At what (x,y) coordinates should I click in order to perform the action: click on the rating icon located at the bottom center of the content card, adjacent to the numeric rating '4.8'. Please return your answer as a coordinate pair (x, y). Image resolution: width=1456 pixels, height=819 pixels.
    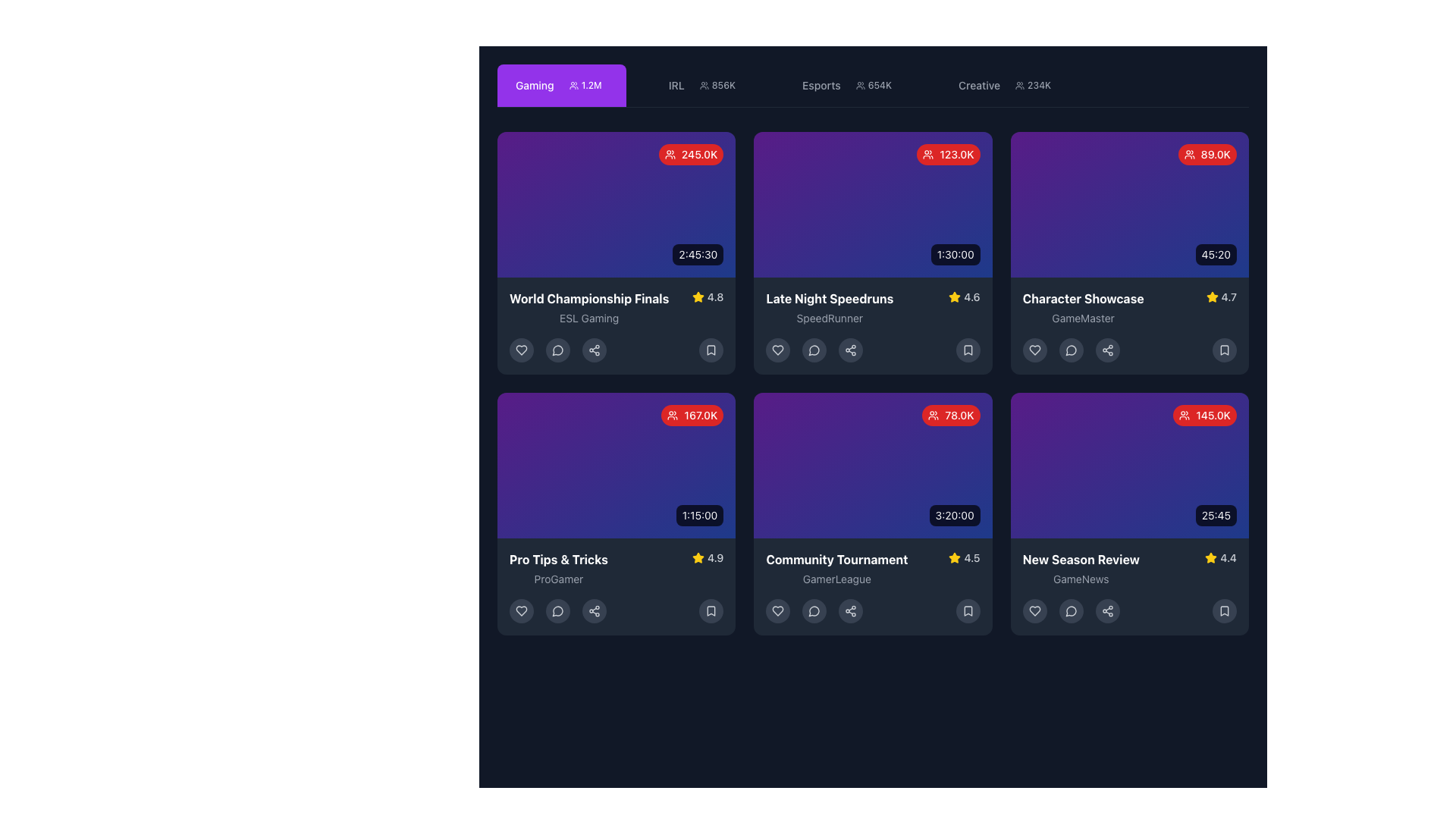
    Looking at the image, I should click on (697, 297).